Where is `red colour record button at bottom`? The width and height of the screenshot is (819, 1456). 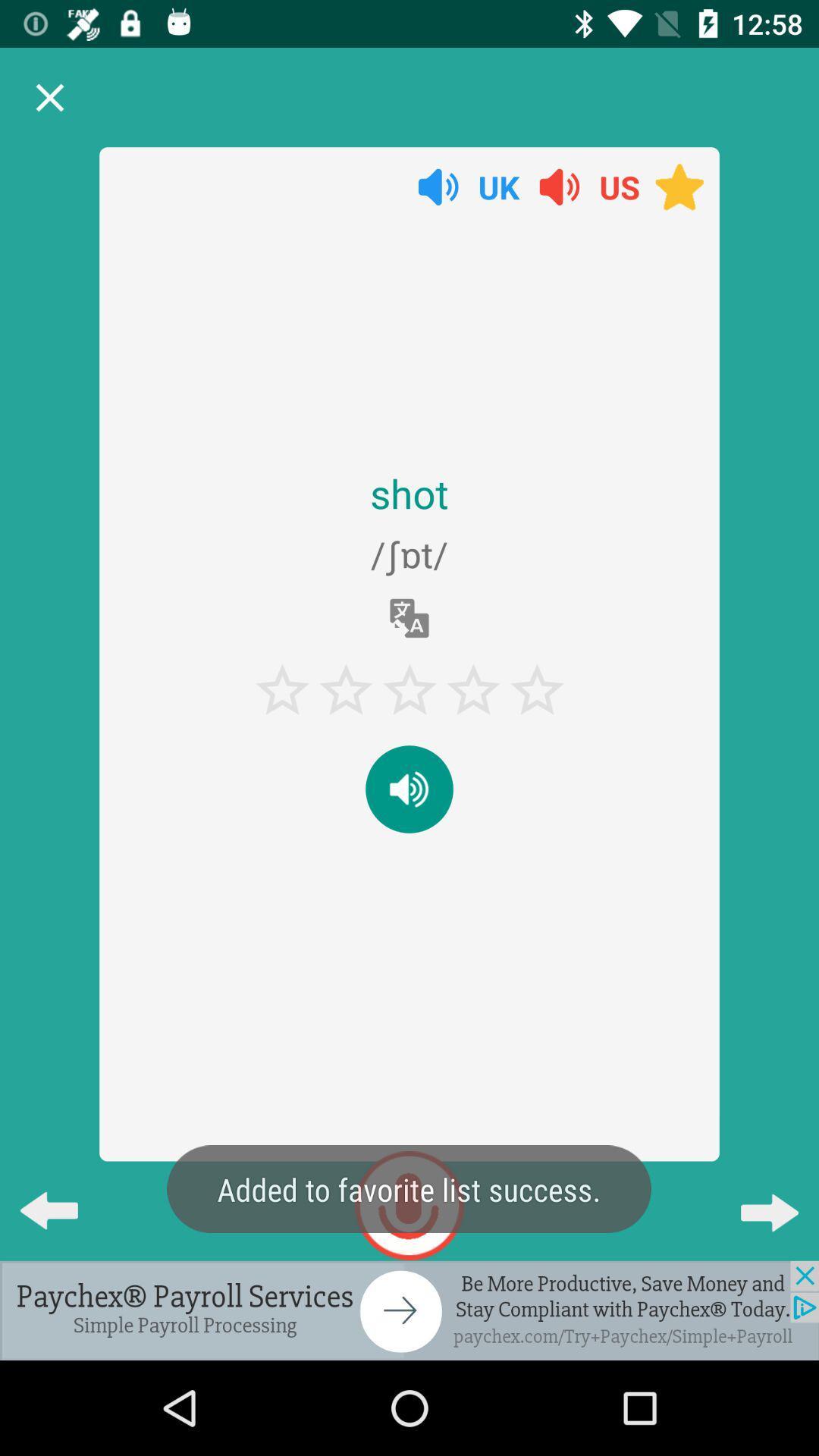 red colour record button at bottom is located at coordinates (409, 1204).